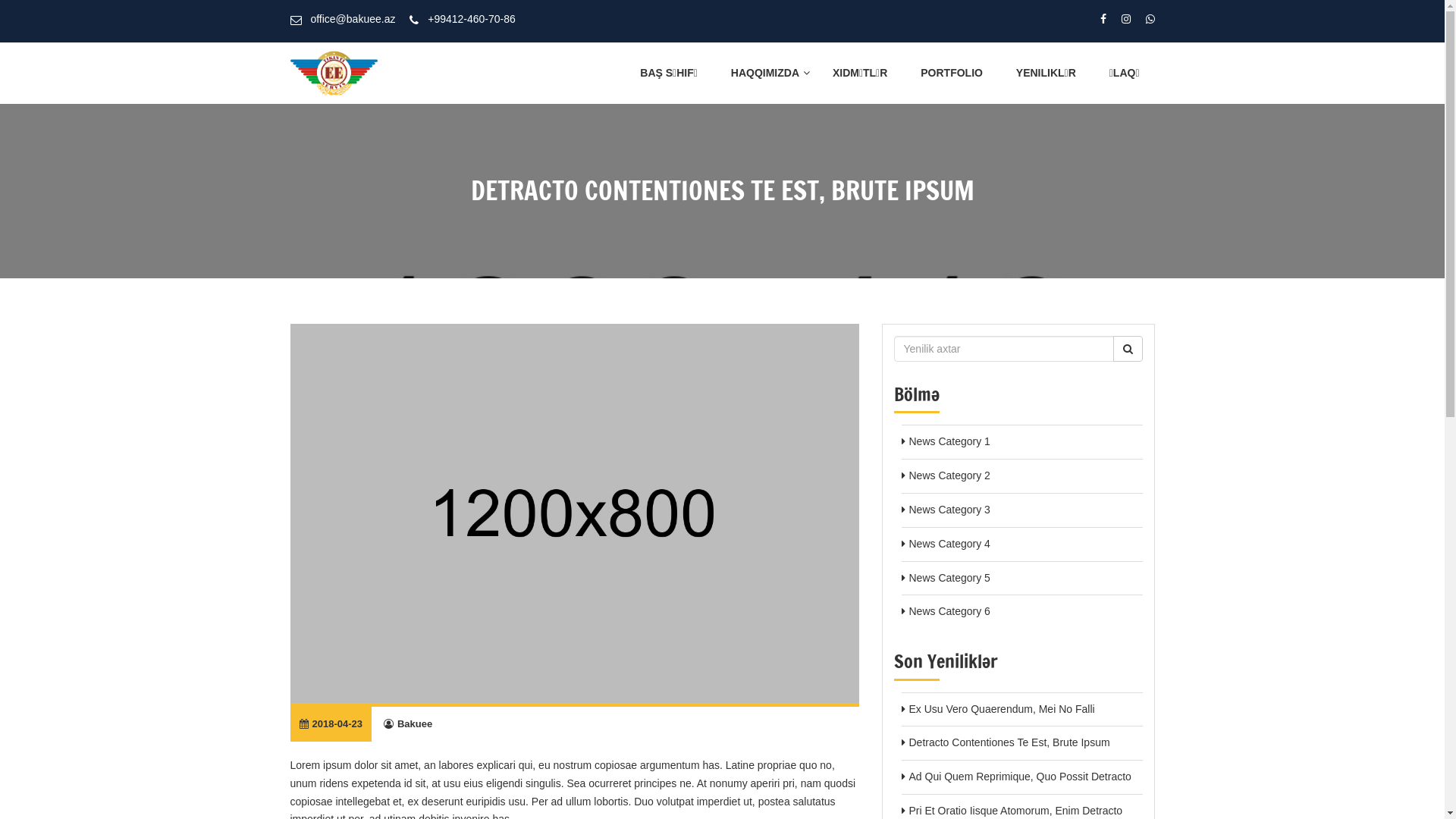 This screenshot has height=819, width=1456. Describe the element at coordinates (1019, 776) in the screenshot. I see `'Ad Qui Quem Reprimique, Quo Possit Detracto'` at that location.